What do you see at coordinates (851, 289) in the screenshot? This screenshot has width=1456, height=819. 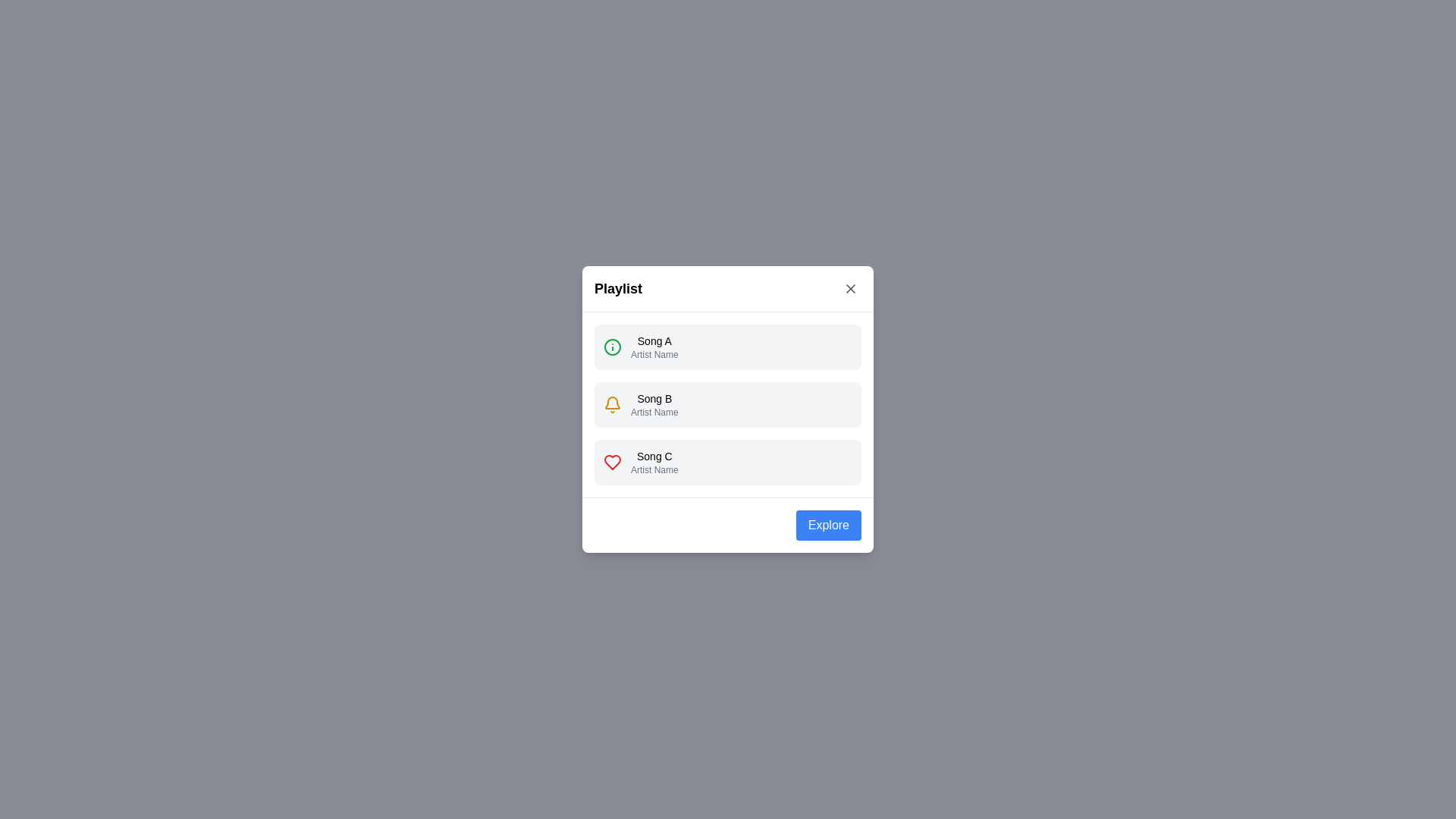 I see `the close button located at the top-right corner of the 'Playlist' dialog box` at bounding box center [851, 289].